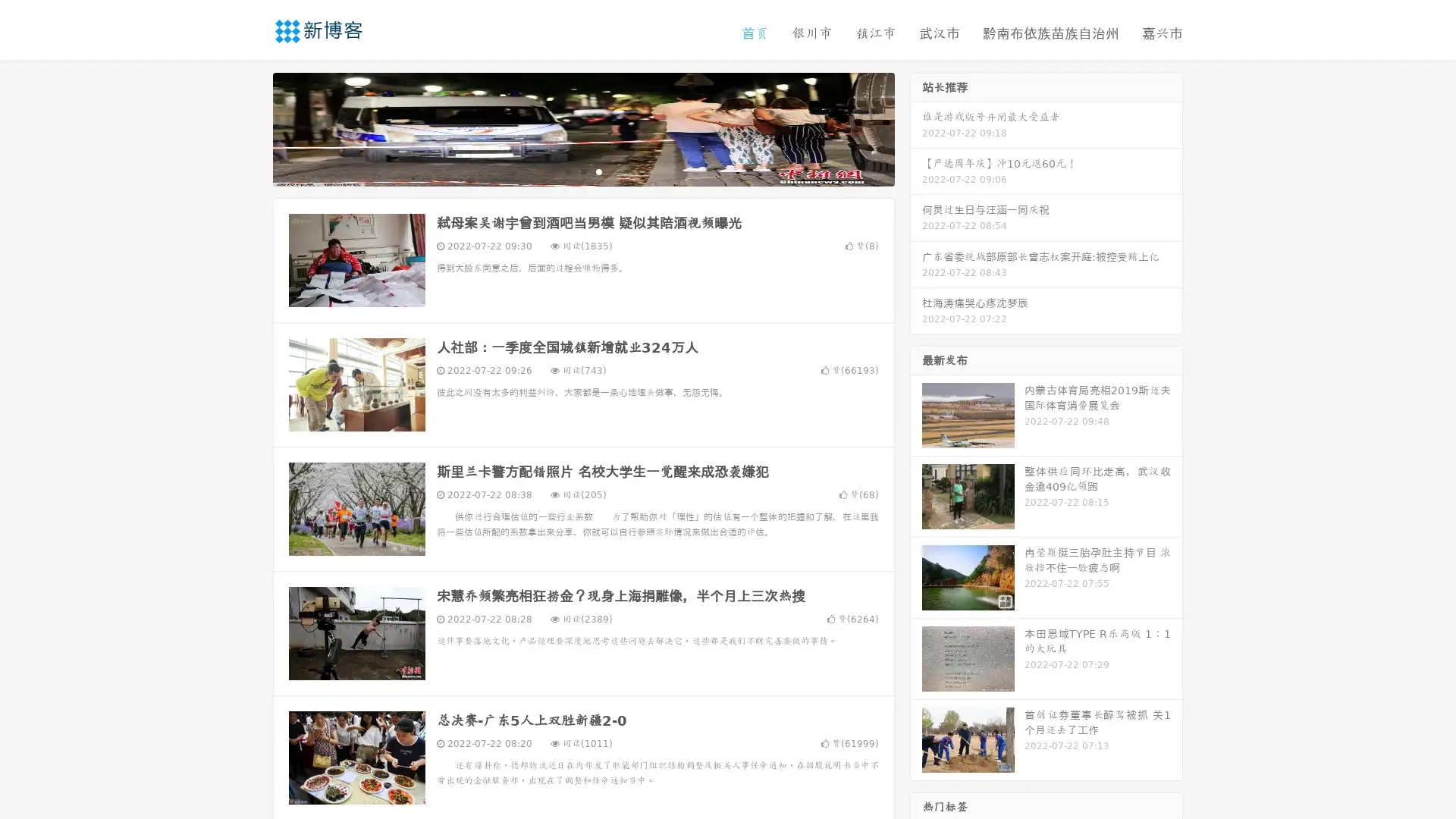 The width and height of the screenshot is (1456, 819). What do you see at coordinates (567, 171) in the screenshot?
I see `Go to slide 1` at bounding box center [567, 171].